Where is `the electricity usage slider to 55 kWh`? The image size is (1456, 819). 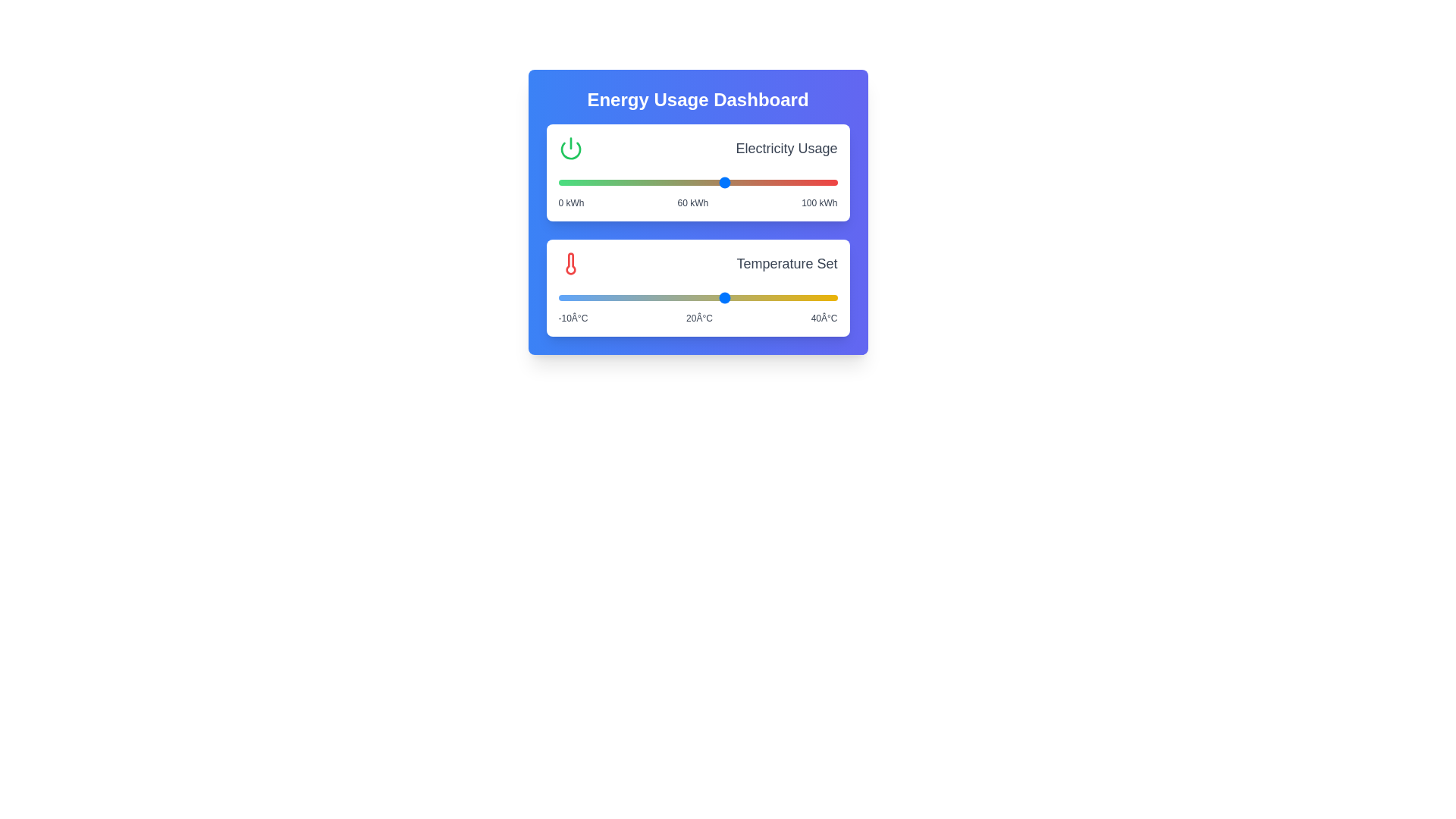
the electricity usage slider to 55 kWh is located at coordinates (711, 181).